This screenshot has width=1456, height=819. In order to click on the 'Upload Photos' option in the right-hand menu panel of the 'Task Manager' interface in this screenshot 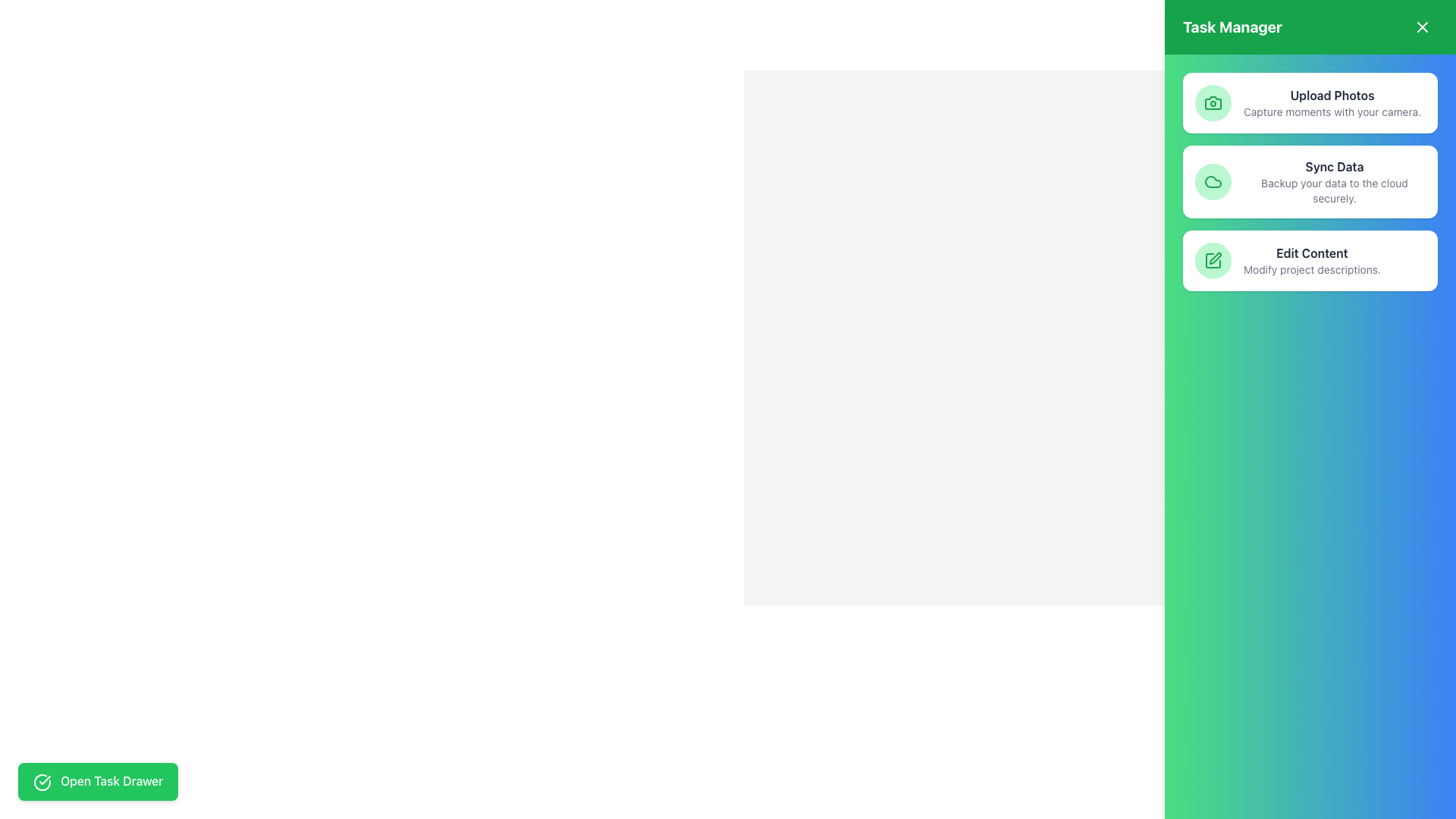, I will do `click(1212, 102)`.